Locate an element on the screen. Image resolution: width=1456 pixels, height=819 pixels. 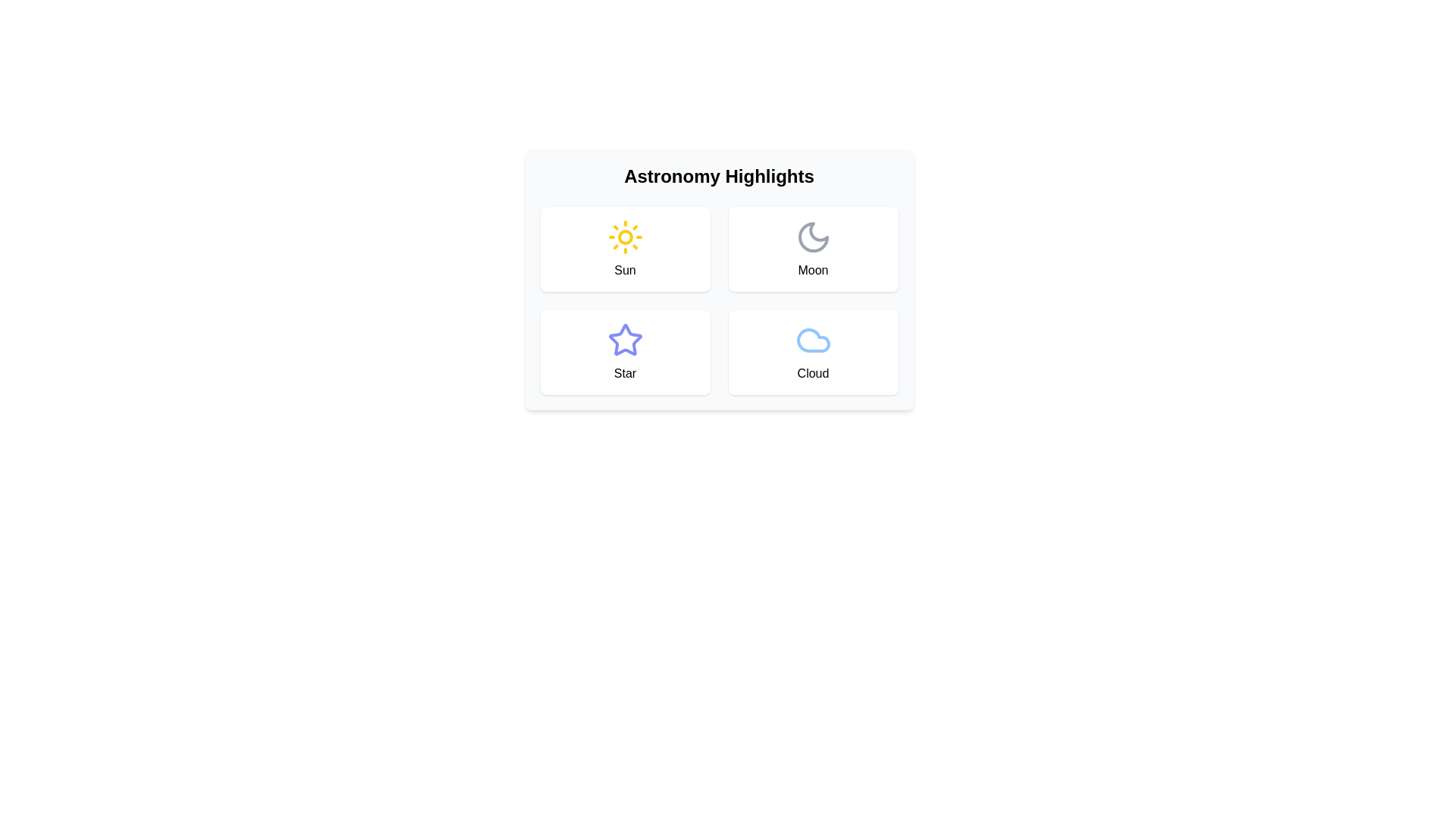
the moon icon in the top-right cell of the grid is located at coordinates (812, 237).